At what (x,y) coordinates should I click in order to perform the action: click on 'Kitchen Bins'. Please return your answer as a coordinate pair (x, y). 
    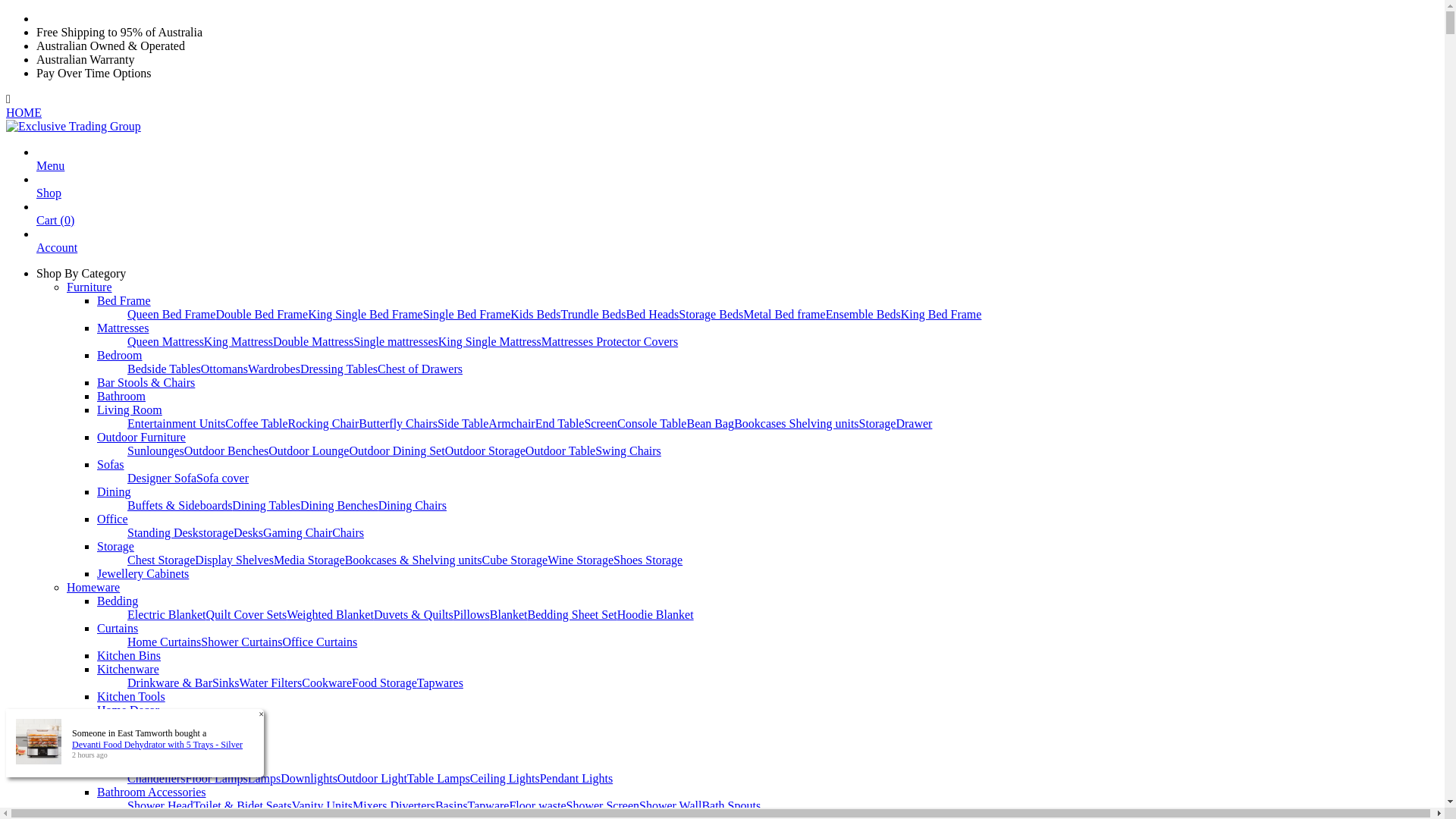
    Looking at the image, I should click on (128, 654).